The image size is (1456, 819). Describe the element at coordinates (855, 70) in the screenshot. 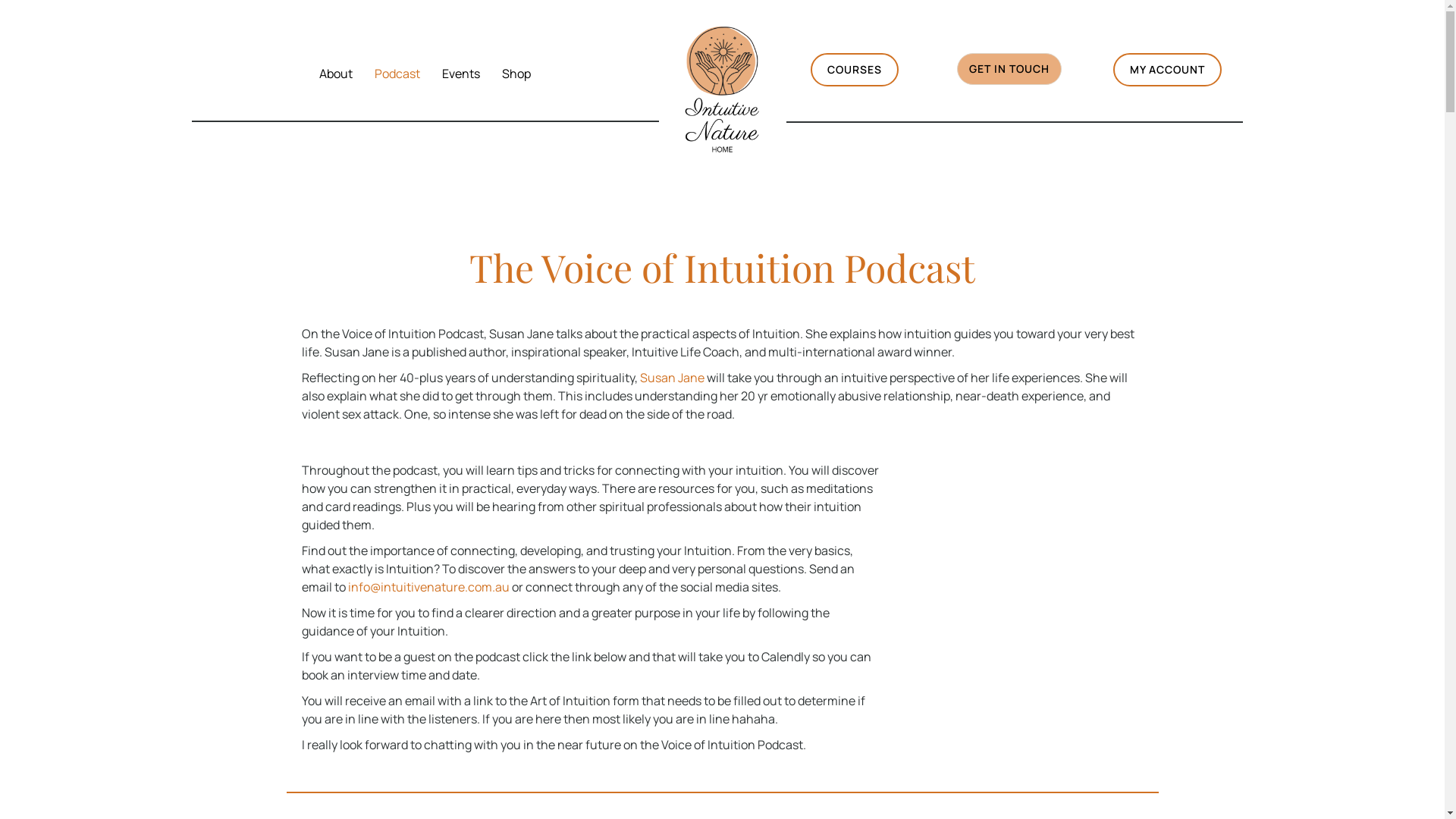

I see `'COURSES'` at that location.